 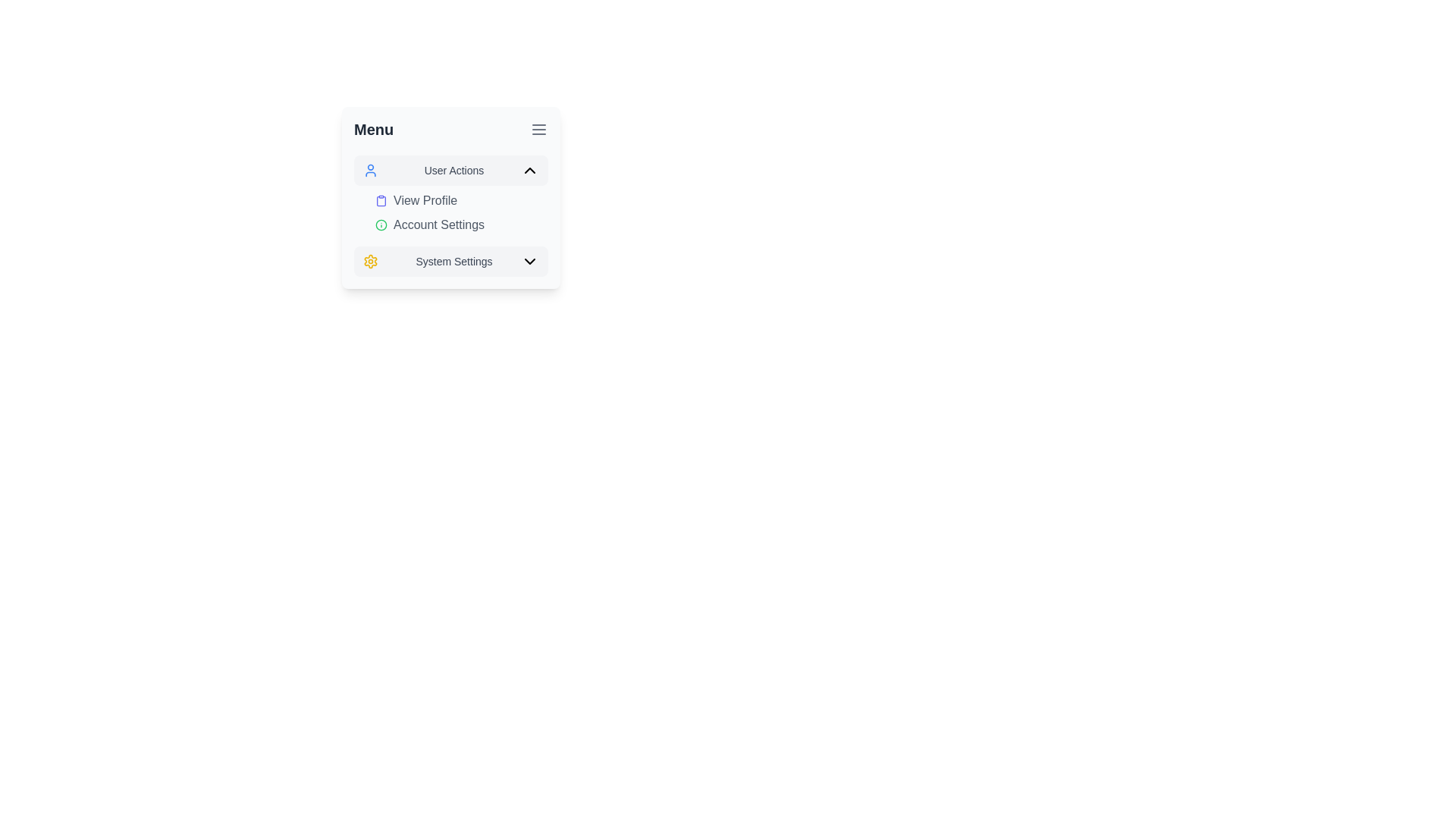 What do you see at coordinates (450, 170) in the screenshot?
I see `the 'User Actions' toggle button located at the top section of the menu panel` at bounding box center [450, 170].